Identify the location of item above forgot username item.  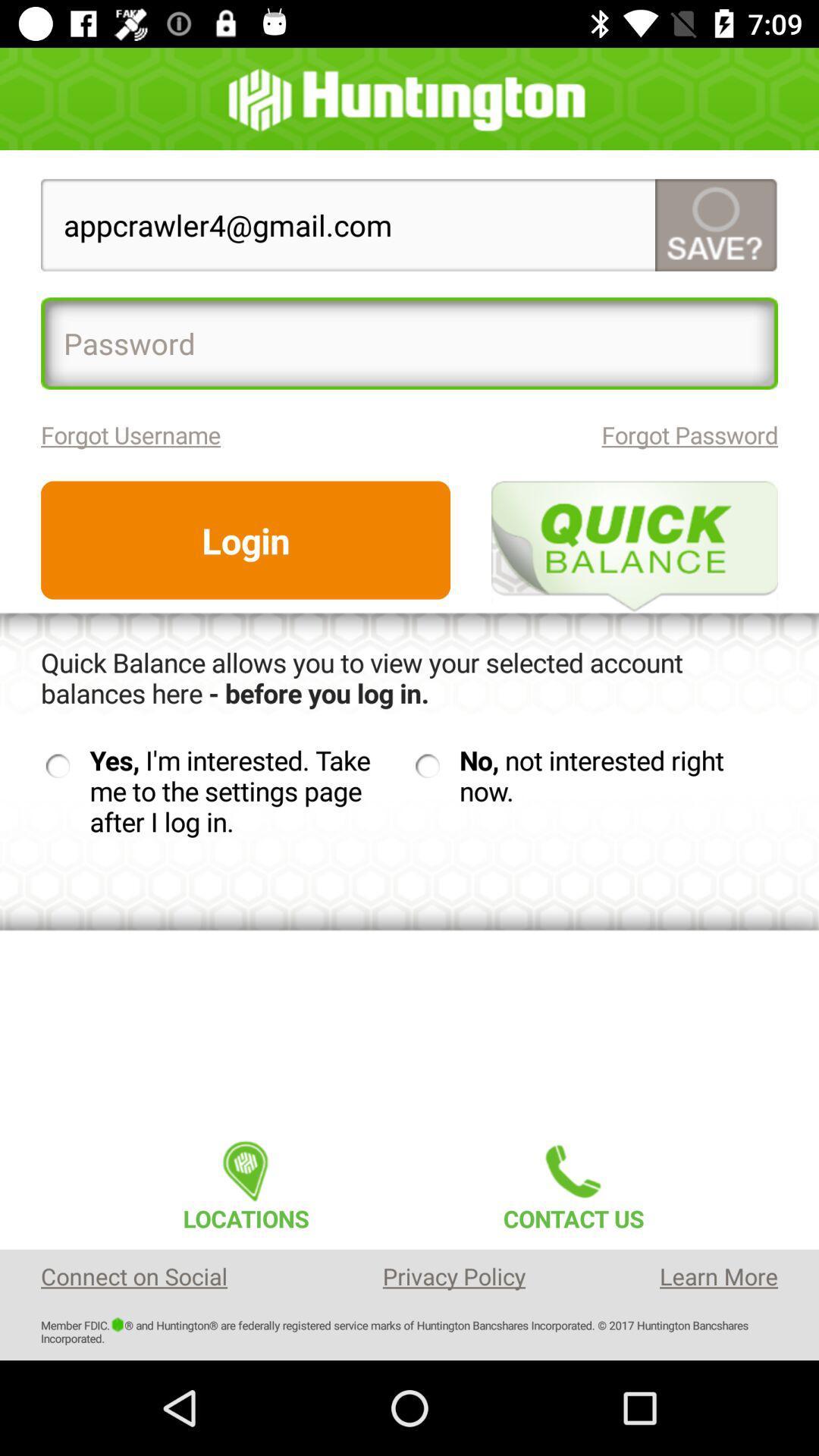
(409, 342).